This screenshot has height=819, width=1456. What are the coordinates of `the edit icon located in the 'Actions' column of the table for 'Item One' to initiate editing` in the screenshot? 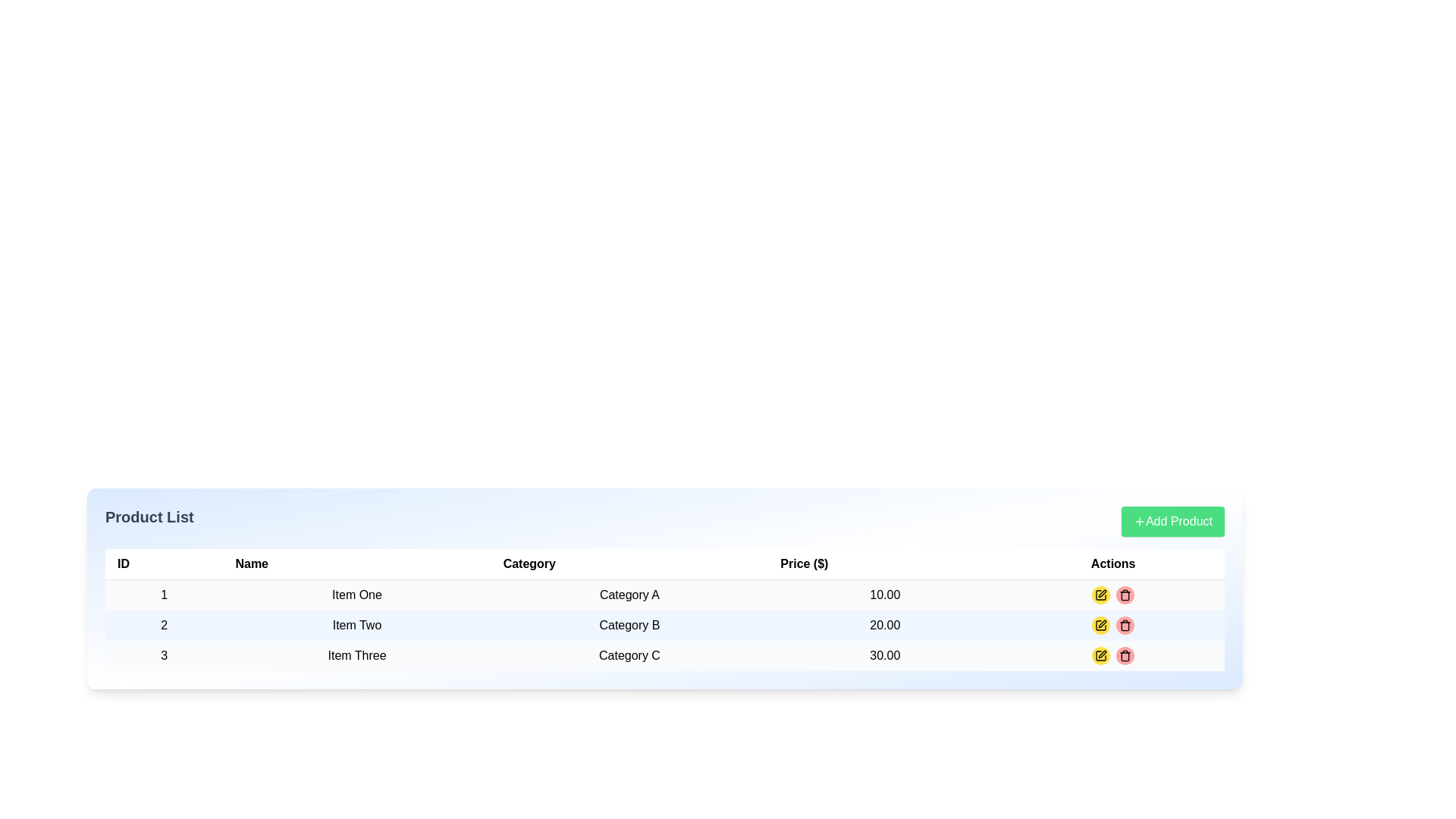 It's located at (1103, 593).